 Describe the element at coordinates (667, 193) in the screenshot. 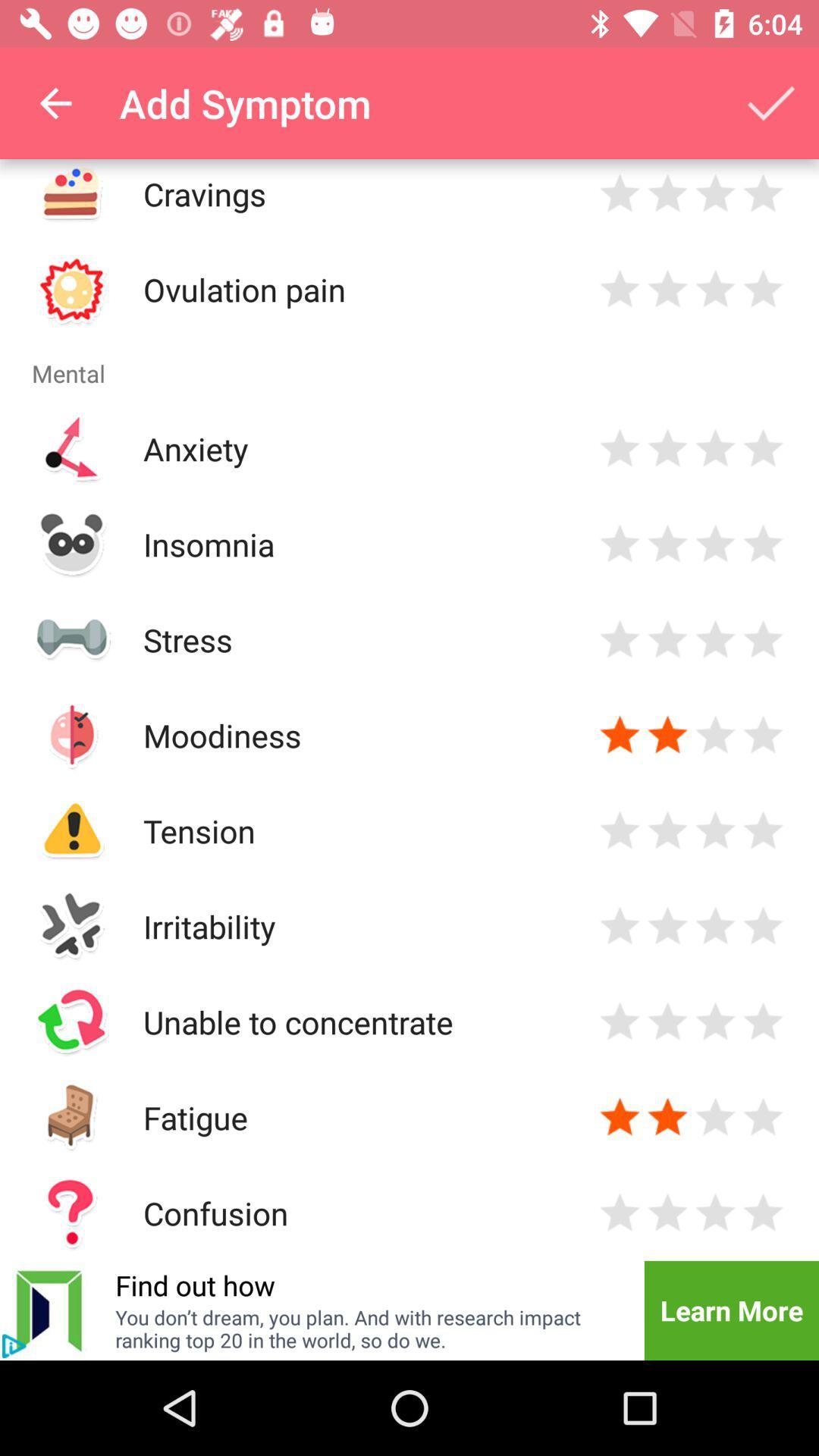

I see `rate` at that location.